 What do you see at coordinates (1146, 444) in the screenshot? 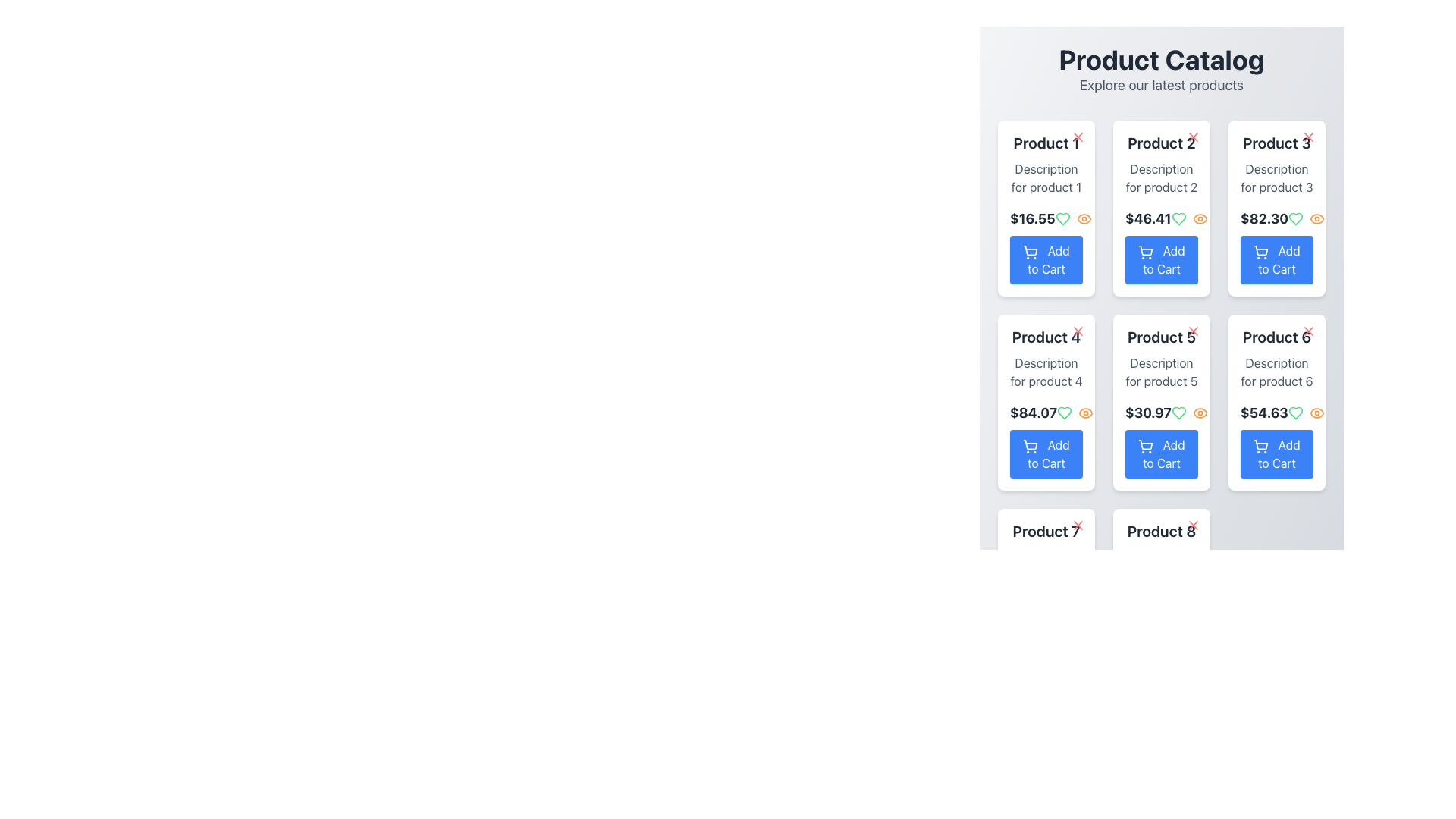
I see `the 'Add to Cart' button that contains the blue shopping cart icon for 'Product 5' in the product grid` at bounding box center [1146, 444].